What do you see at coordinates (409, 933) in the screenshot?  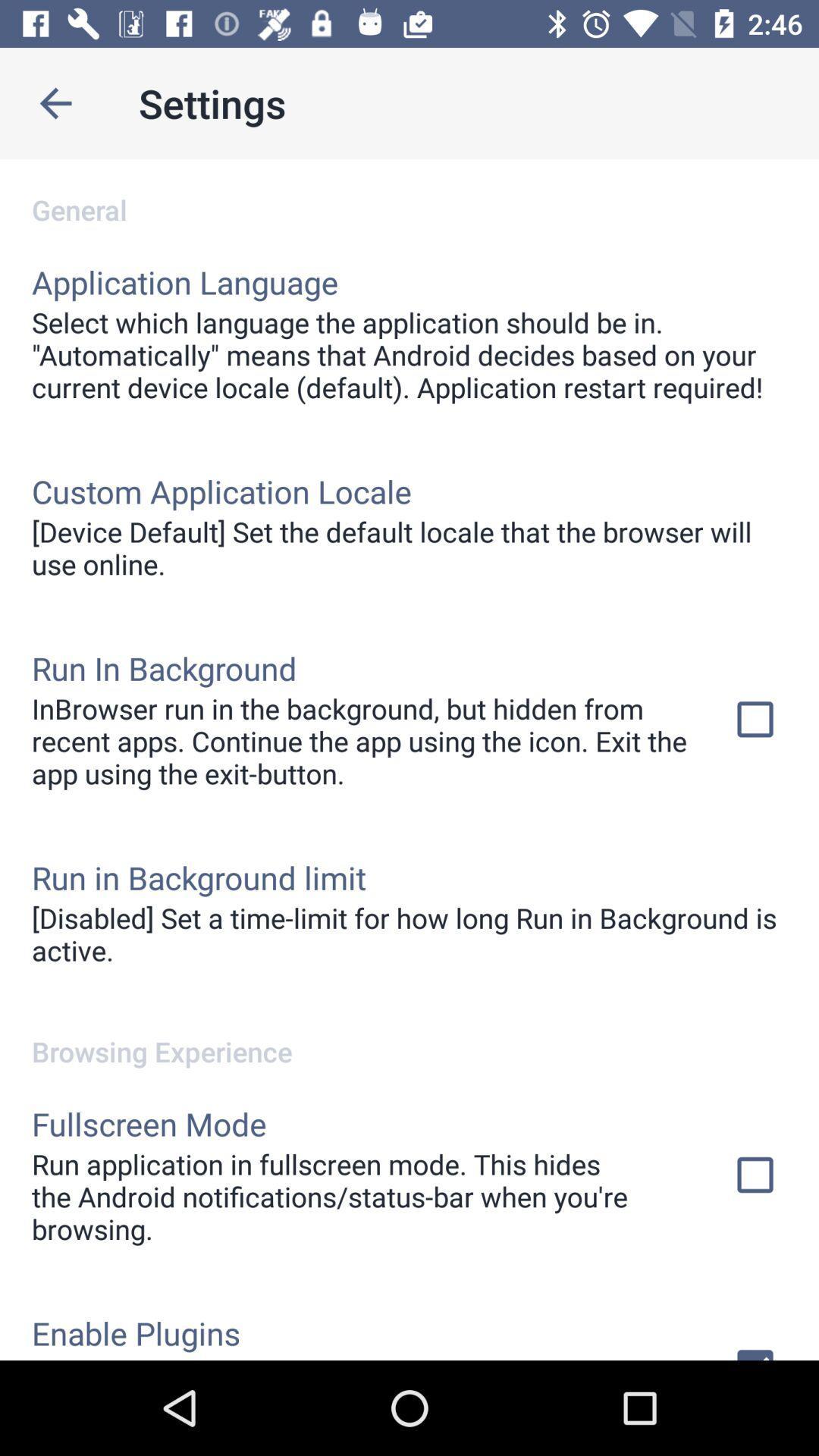 I see `disabled set a` at bounding box center [409, 933].